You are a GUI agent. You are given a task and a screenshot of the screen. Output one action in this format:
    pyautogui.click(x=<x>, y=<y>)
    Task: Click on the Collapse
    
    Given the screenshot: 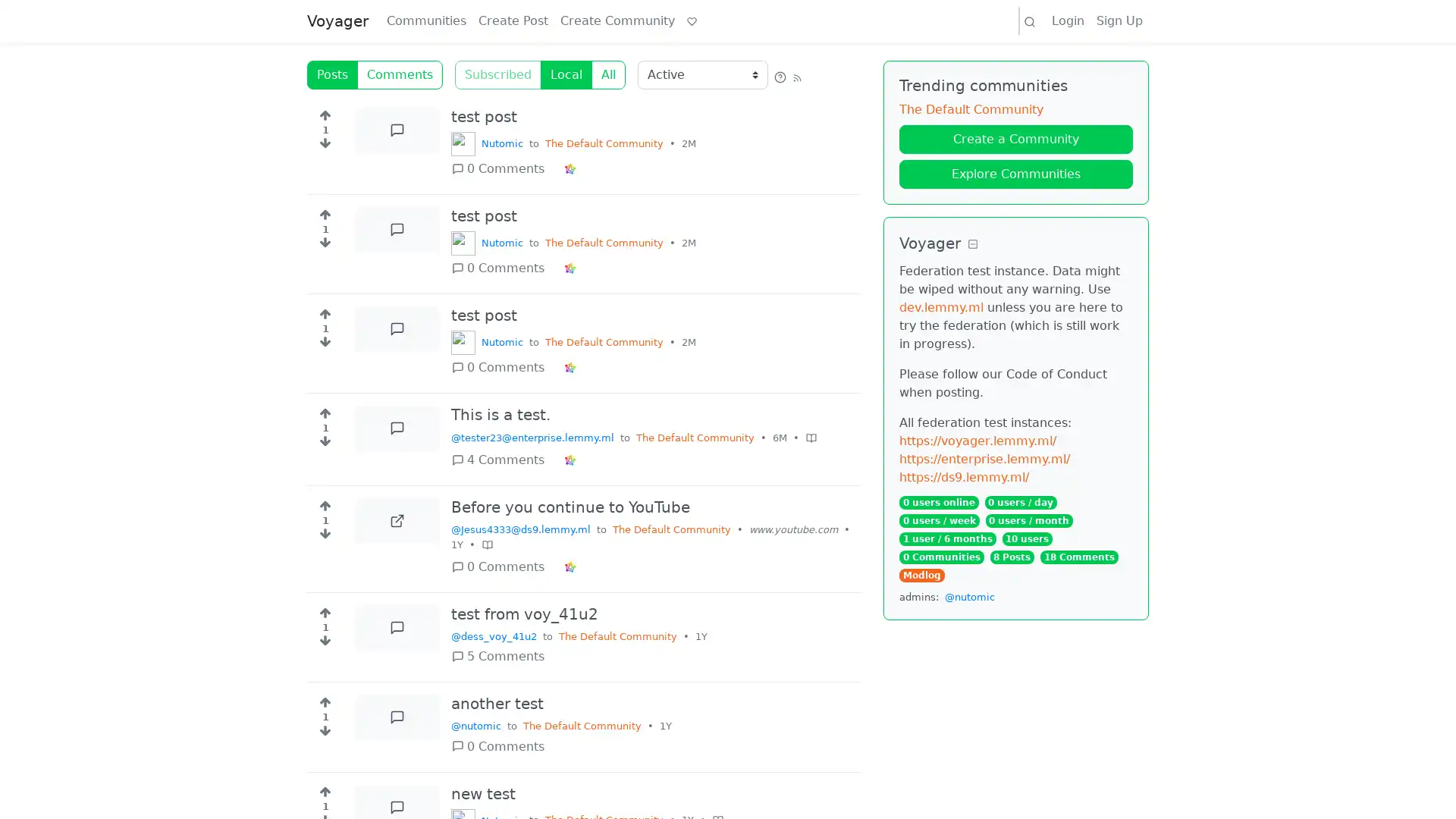 What is the action you would take?
    pyautogui.click(x=972, y=243)
    